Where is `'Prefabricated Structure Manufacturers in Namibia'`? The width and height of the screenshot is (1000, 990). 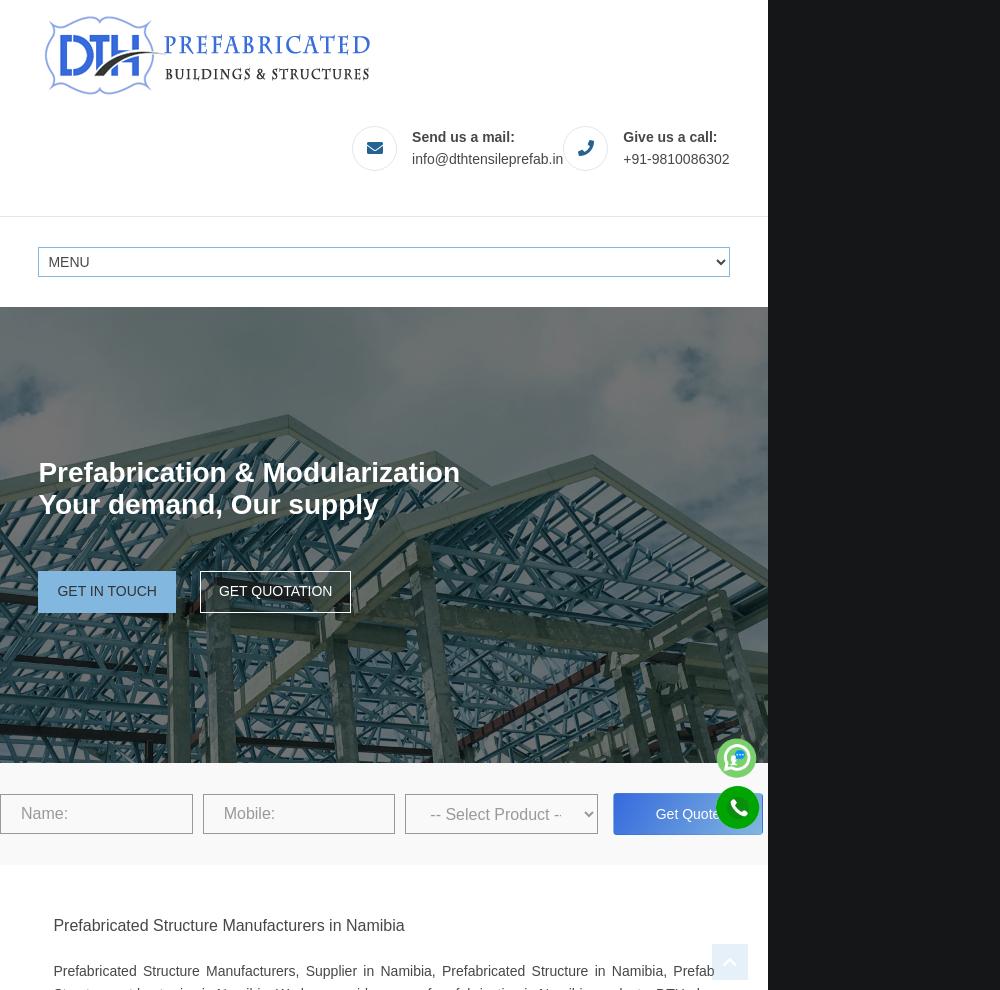
'Prefabricated Structure Manufacturers in Namibia' is located at coordinates (53, 924).